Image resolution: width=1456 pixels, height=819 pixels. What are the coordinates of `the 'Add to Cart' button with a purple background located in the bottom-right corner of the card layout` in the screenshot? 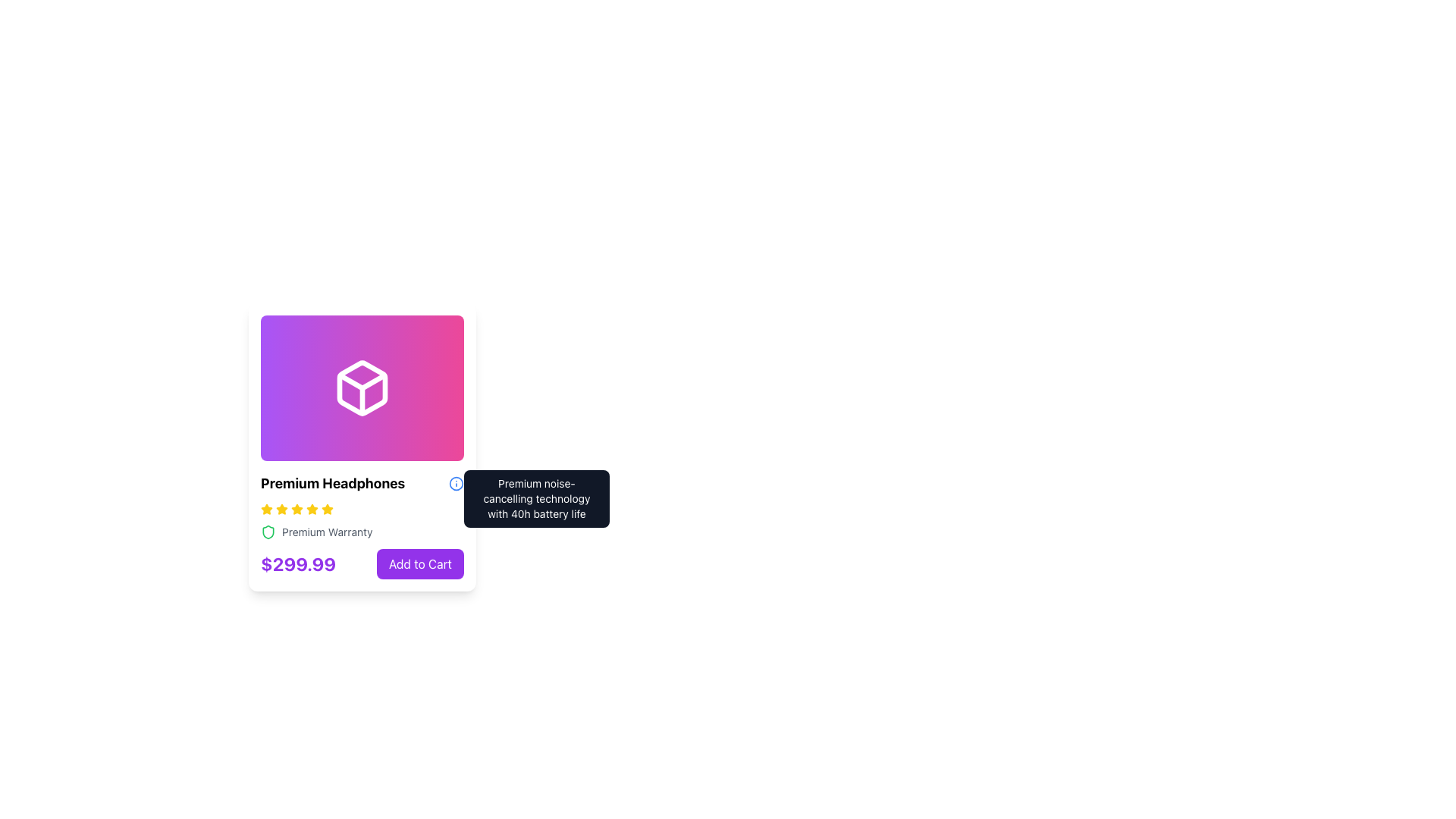 It's located at (420, 564).